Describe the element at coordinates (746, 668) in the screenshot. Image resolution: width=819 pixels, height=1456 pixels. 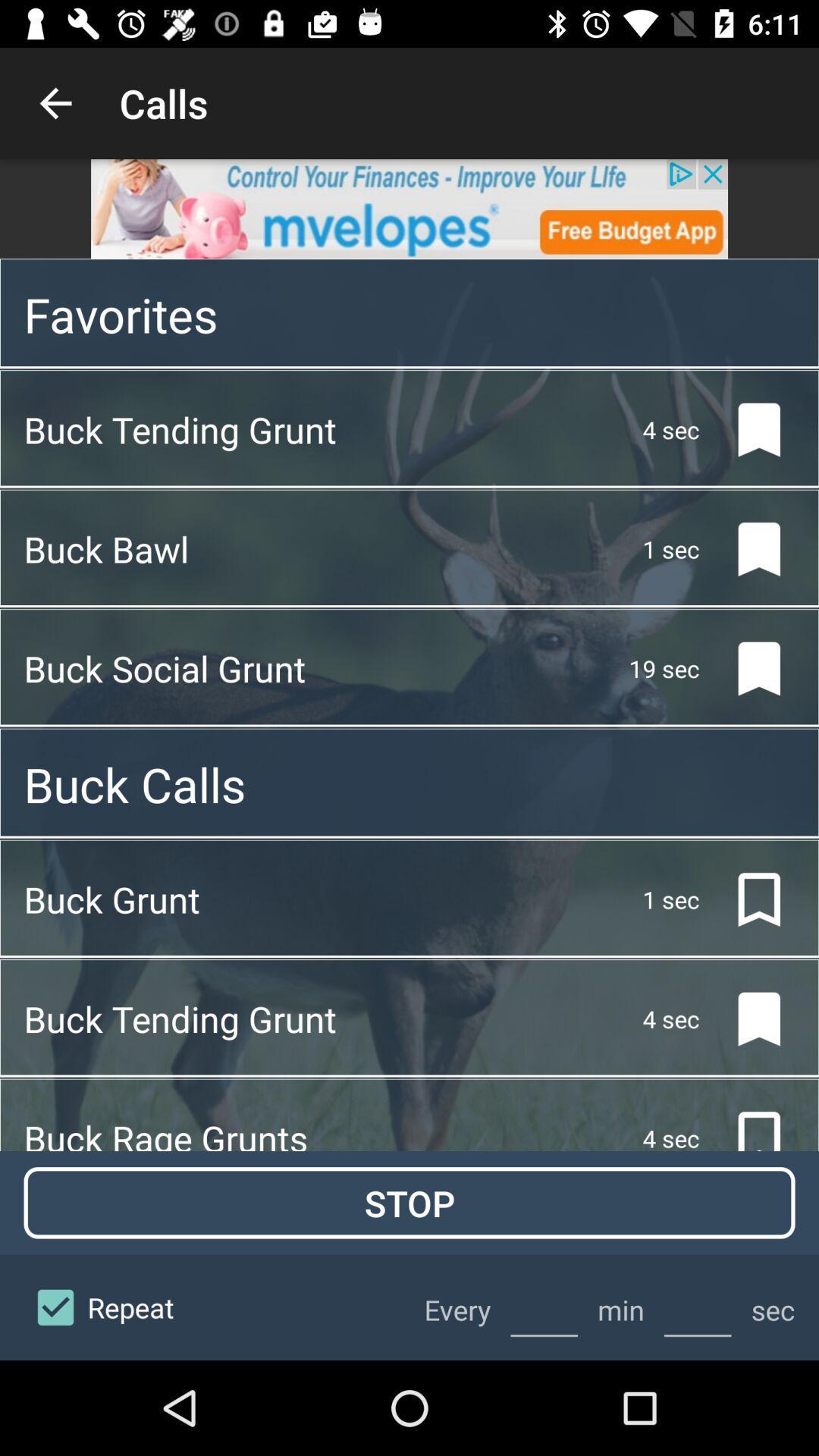
I see `the bookmark icon` at that location.